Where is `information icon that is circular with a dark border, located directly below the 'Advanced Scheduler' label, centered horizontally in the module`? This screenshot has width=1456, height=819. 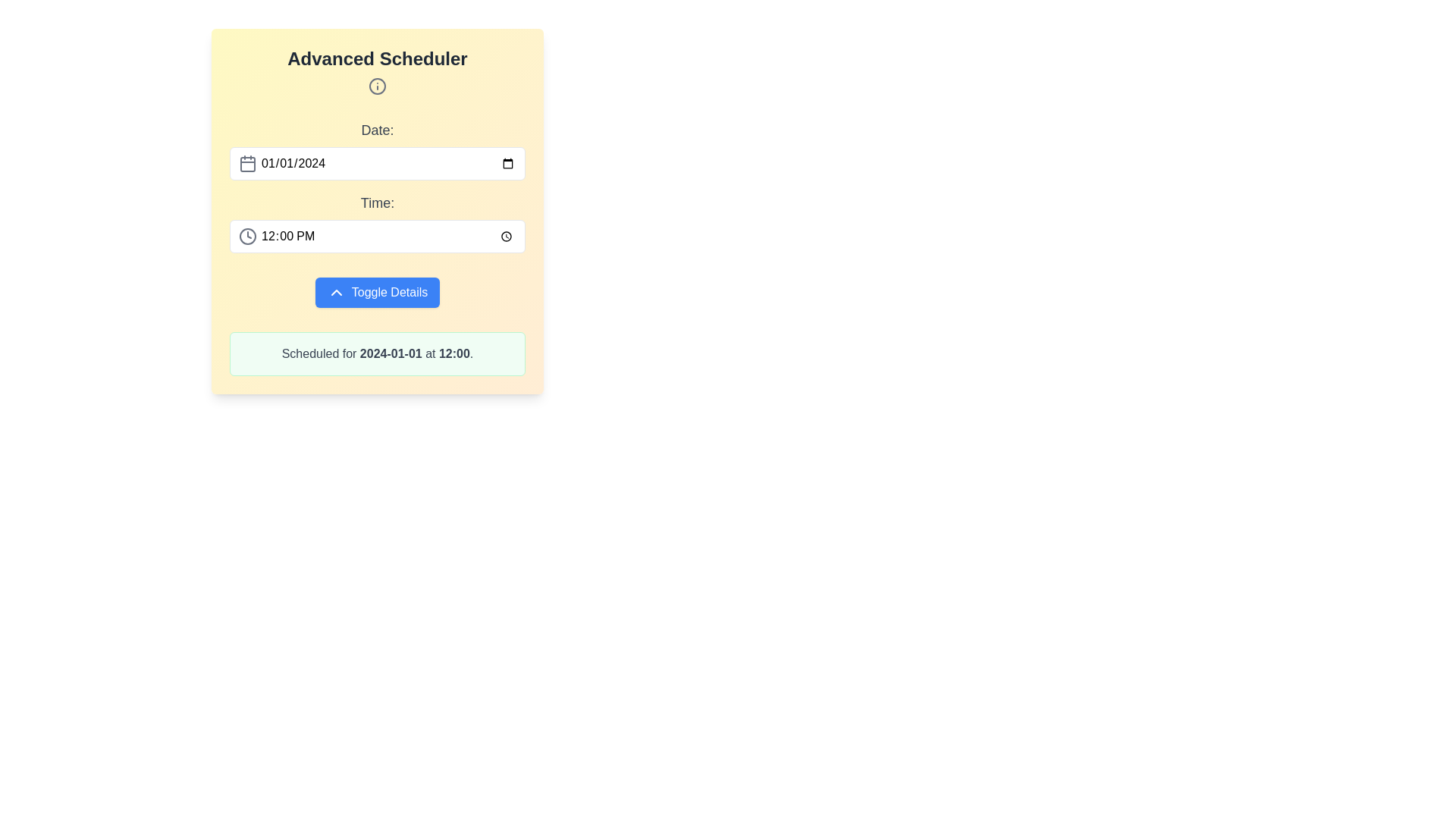 information icon that is circular with a dark border, located directly below the 'Advanced Scheduler' label, centered horizontally in the module is located at coordinates (378, 86).